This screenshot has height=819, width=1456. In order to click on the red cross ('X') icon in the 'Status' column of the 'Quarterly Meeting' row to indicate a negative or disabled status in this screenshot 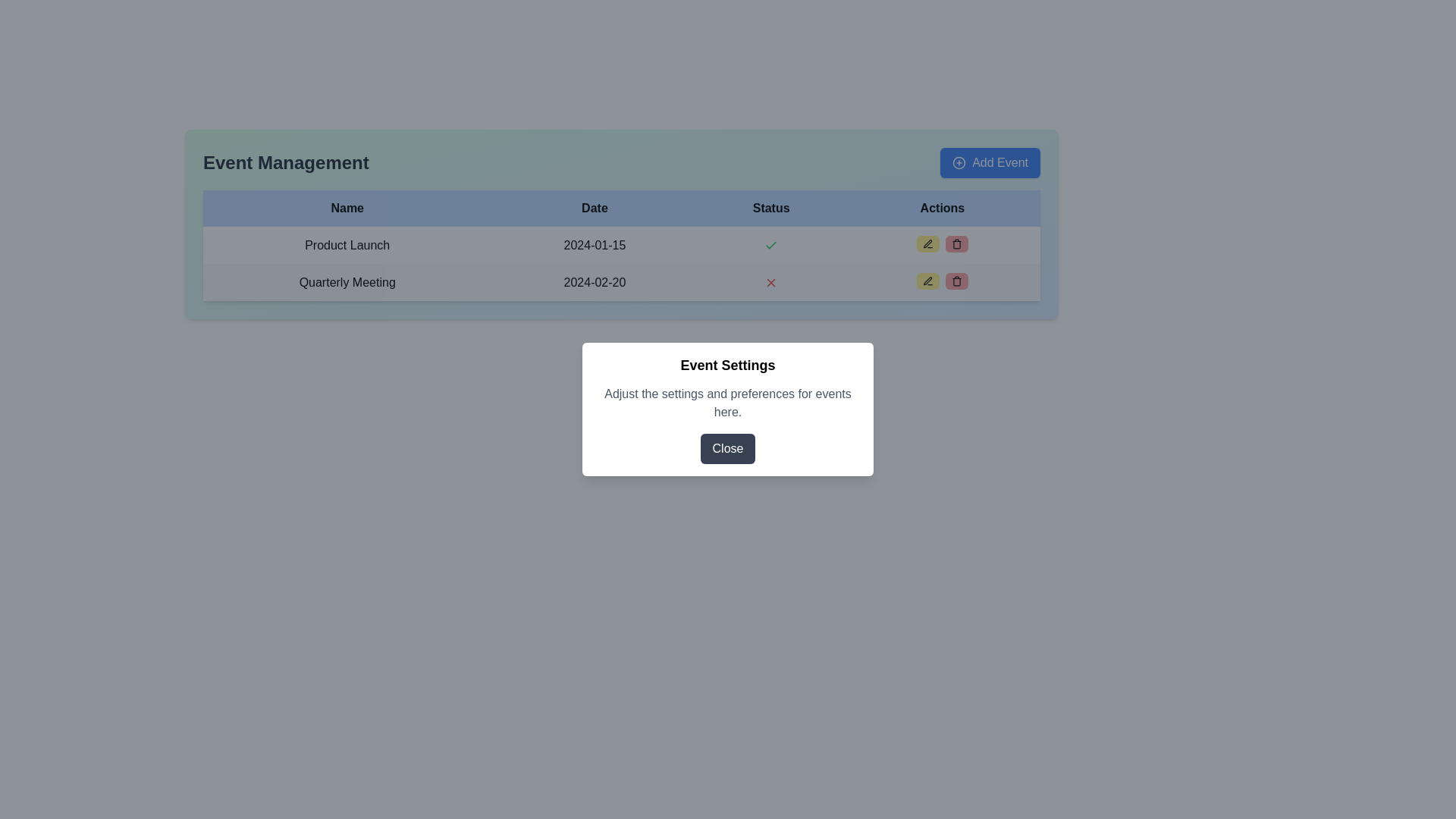, I will do `click(771, 282)`.